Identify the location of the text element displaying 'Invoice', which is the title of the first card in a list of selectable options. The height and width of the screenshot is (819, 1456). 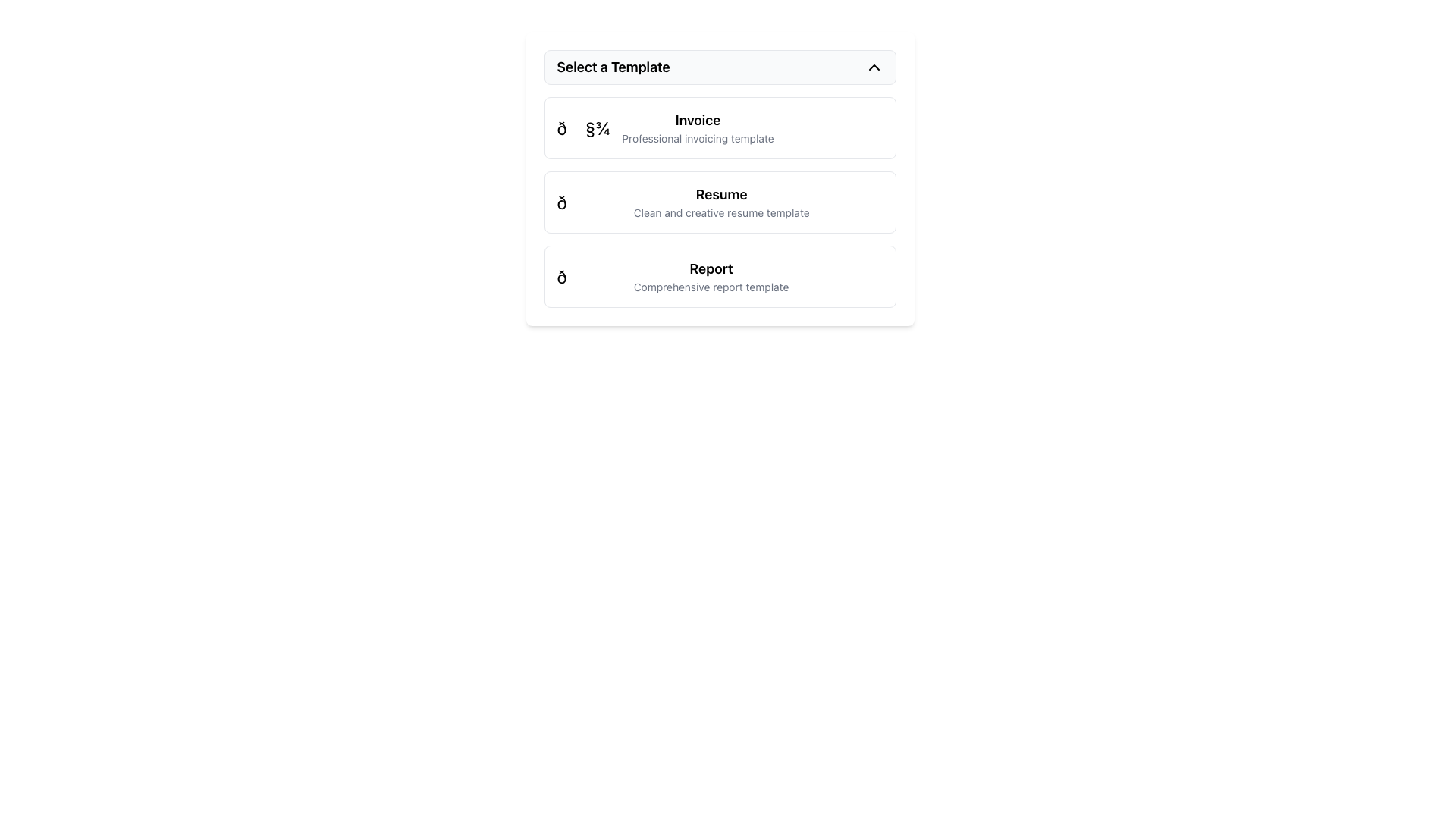
(697, 119).